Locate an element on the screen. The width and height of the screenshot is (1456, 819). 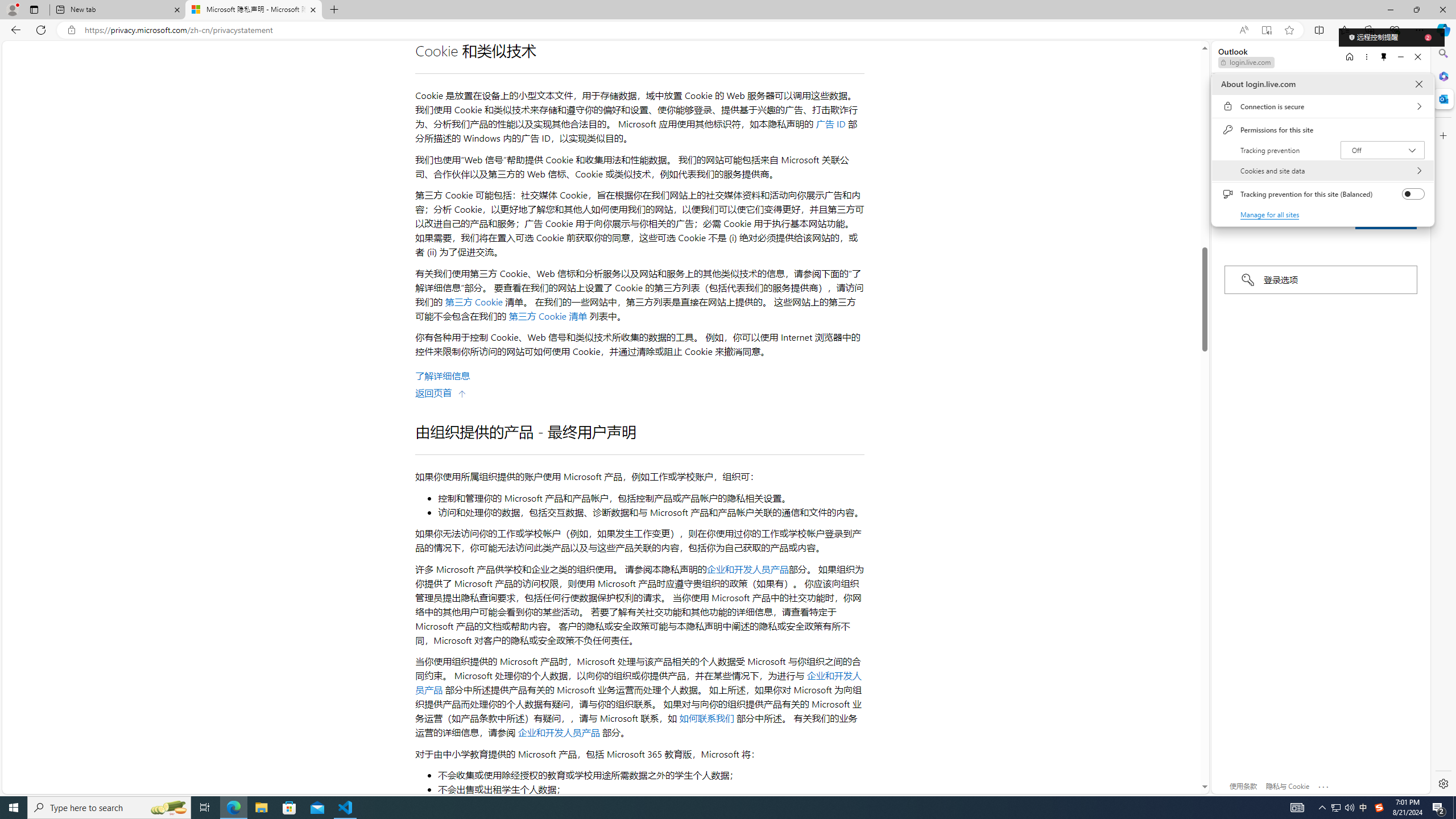
'File Explorer' is located at coordinates (260, 806).